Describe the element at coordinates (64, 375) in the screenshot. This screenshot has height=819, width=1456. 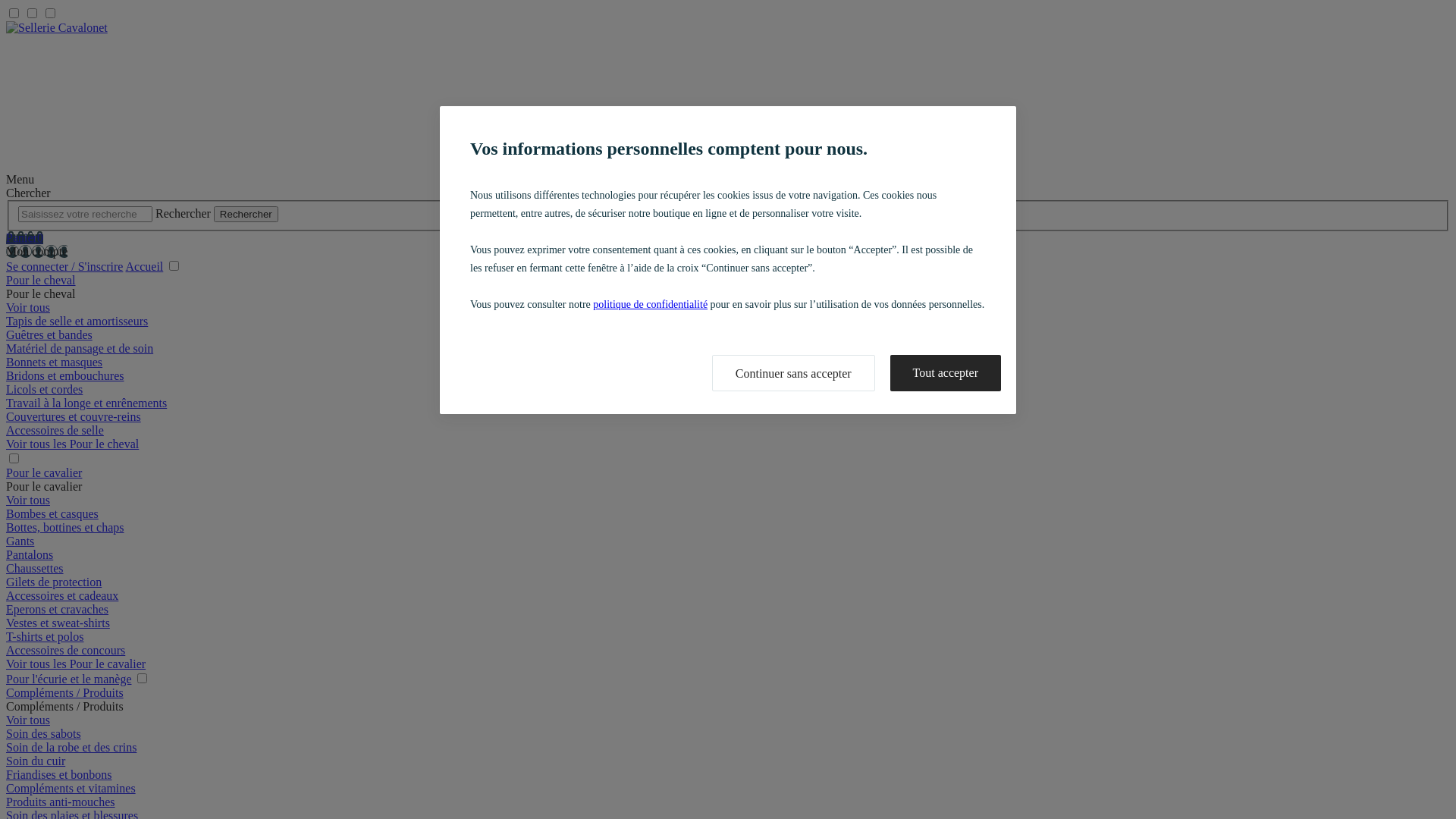
I see `'Bridons et embouchures'` at that location.